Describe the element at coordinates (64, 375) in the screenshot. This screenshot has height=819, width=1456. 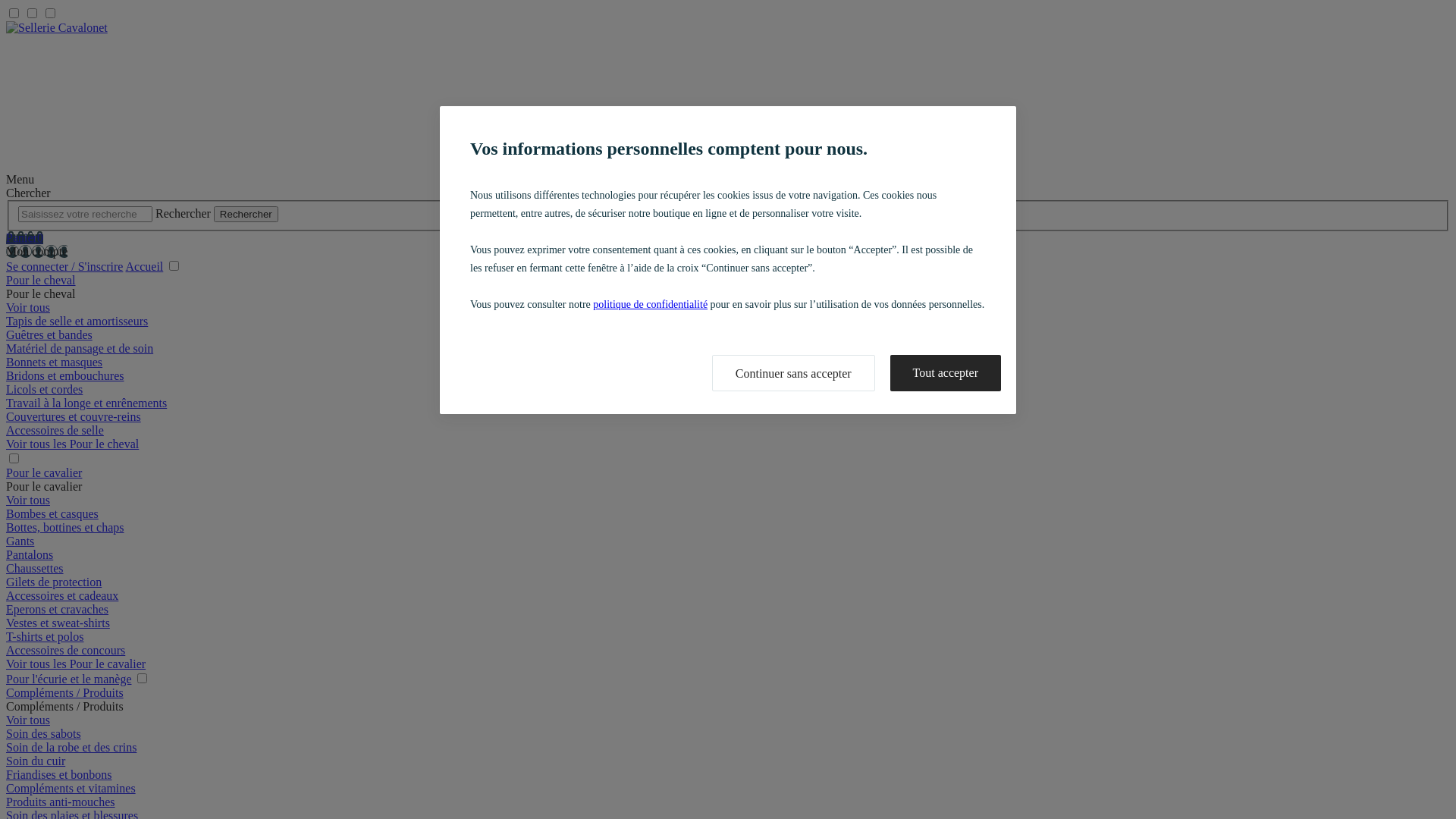
I see `'Bridons et embouchures'` at that location.